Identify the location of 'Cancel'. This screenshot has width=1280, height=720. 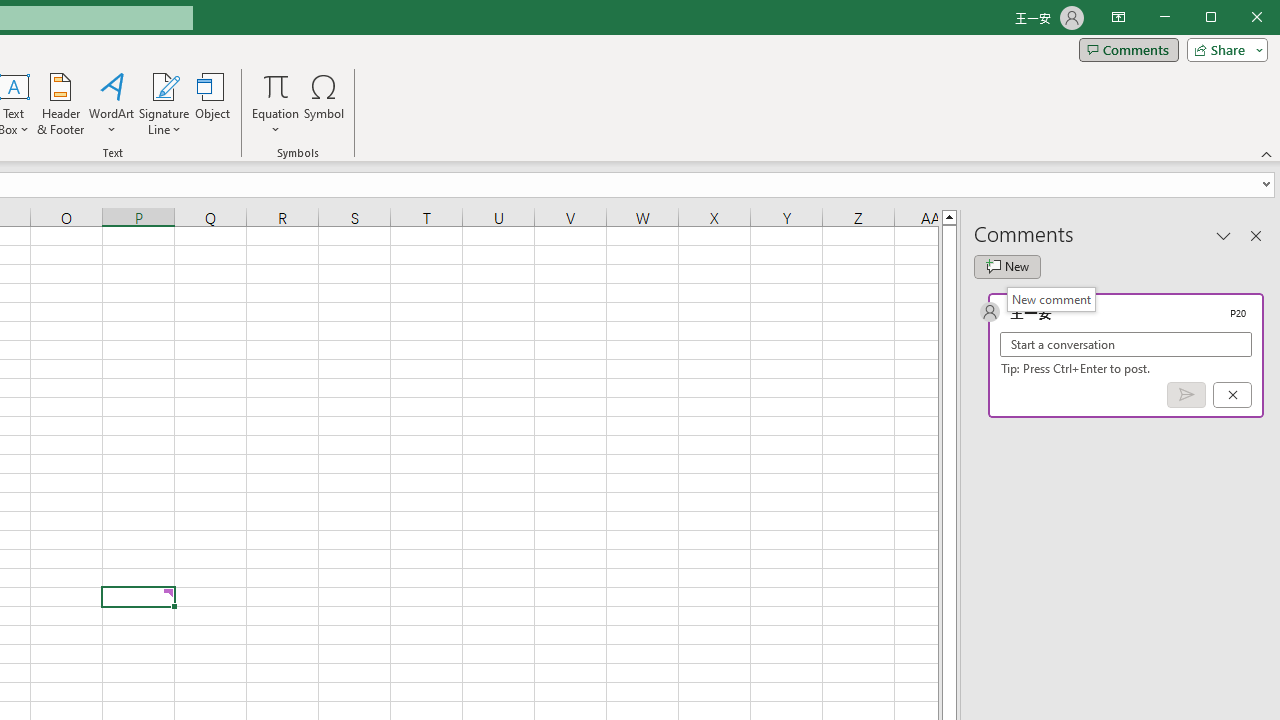
(1231, 395).